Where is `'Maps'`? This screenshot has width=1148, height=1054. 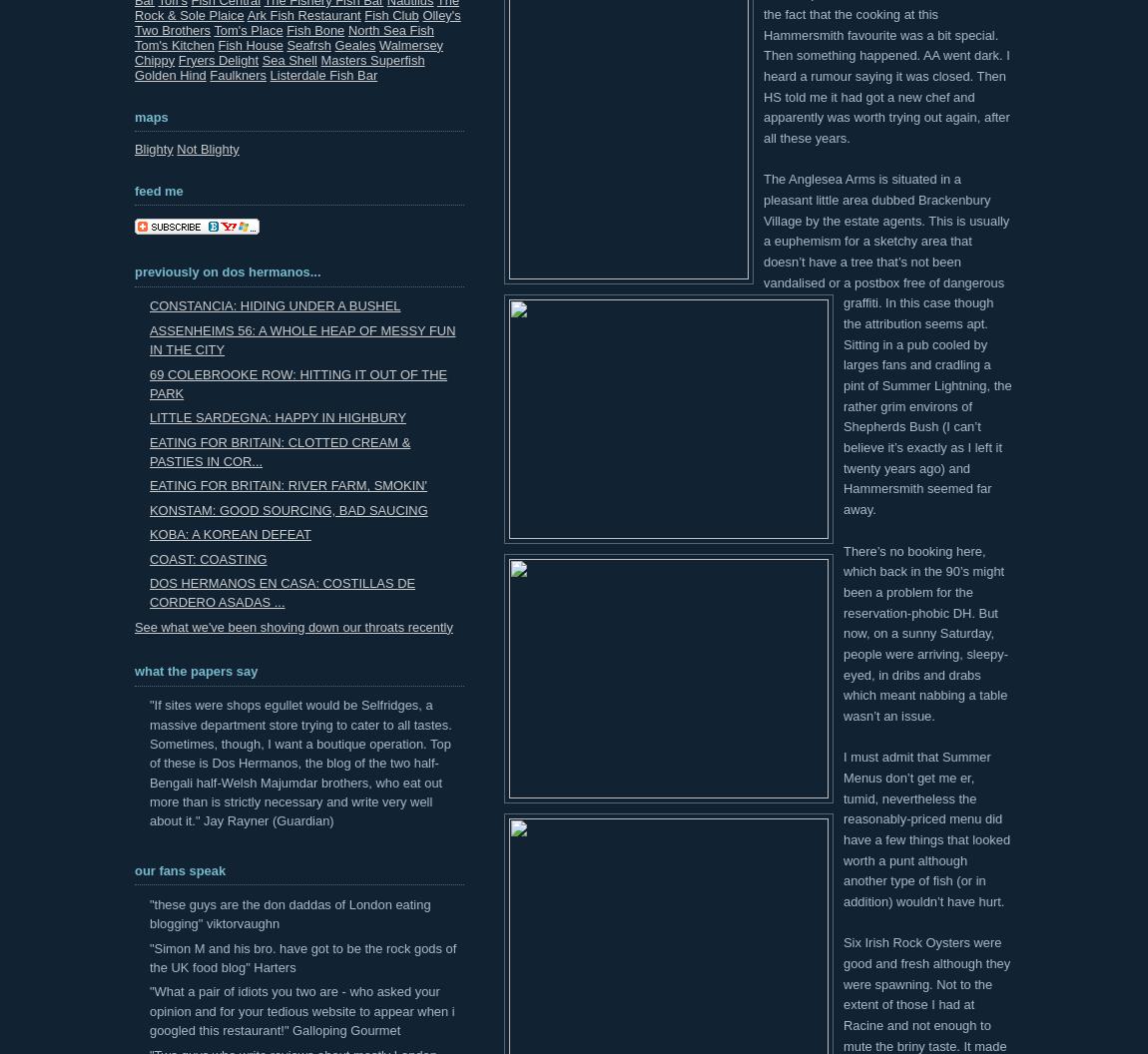
'Maps' is located at coordinates (150, 115).